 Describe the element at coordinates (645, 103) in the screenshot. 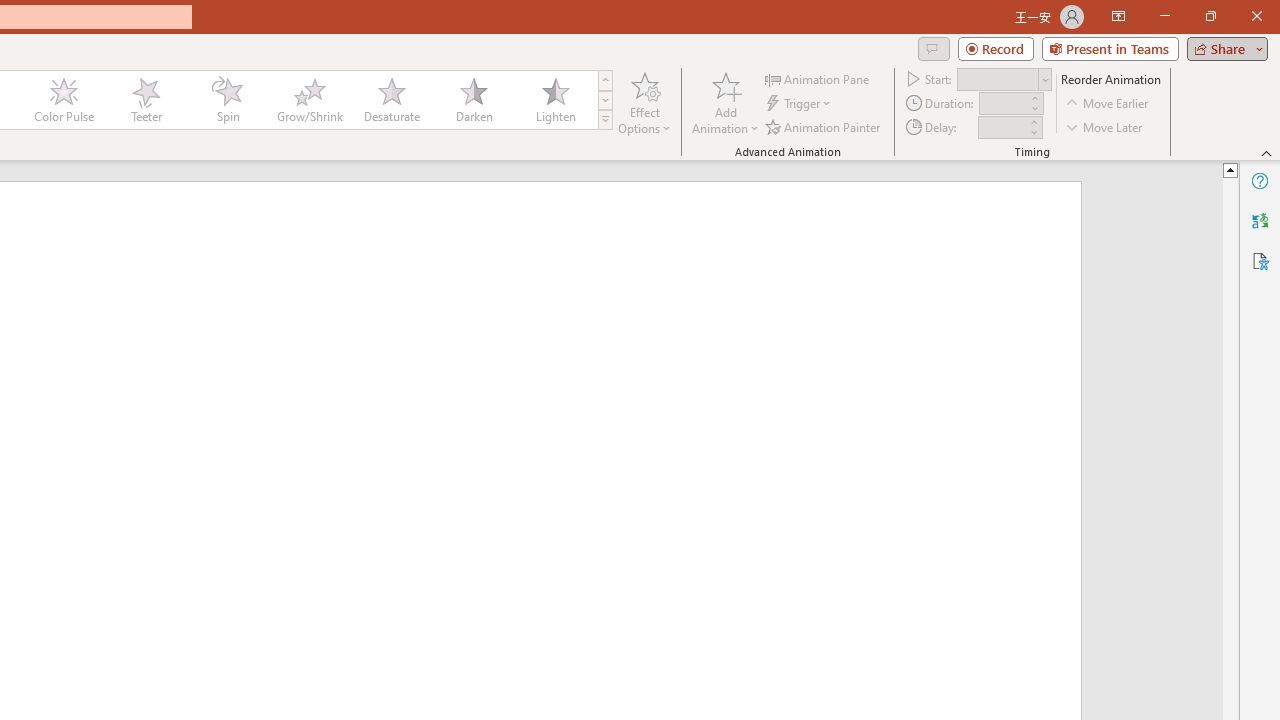

I see `'Effect Options'` at that location.